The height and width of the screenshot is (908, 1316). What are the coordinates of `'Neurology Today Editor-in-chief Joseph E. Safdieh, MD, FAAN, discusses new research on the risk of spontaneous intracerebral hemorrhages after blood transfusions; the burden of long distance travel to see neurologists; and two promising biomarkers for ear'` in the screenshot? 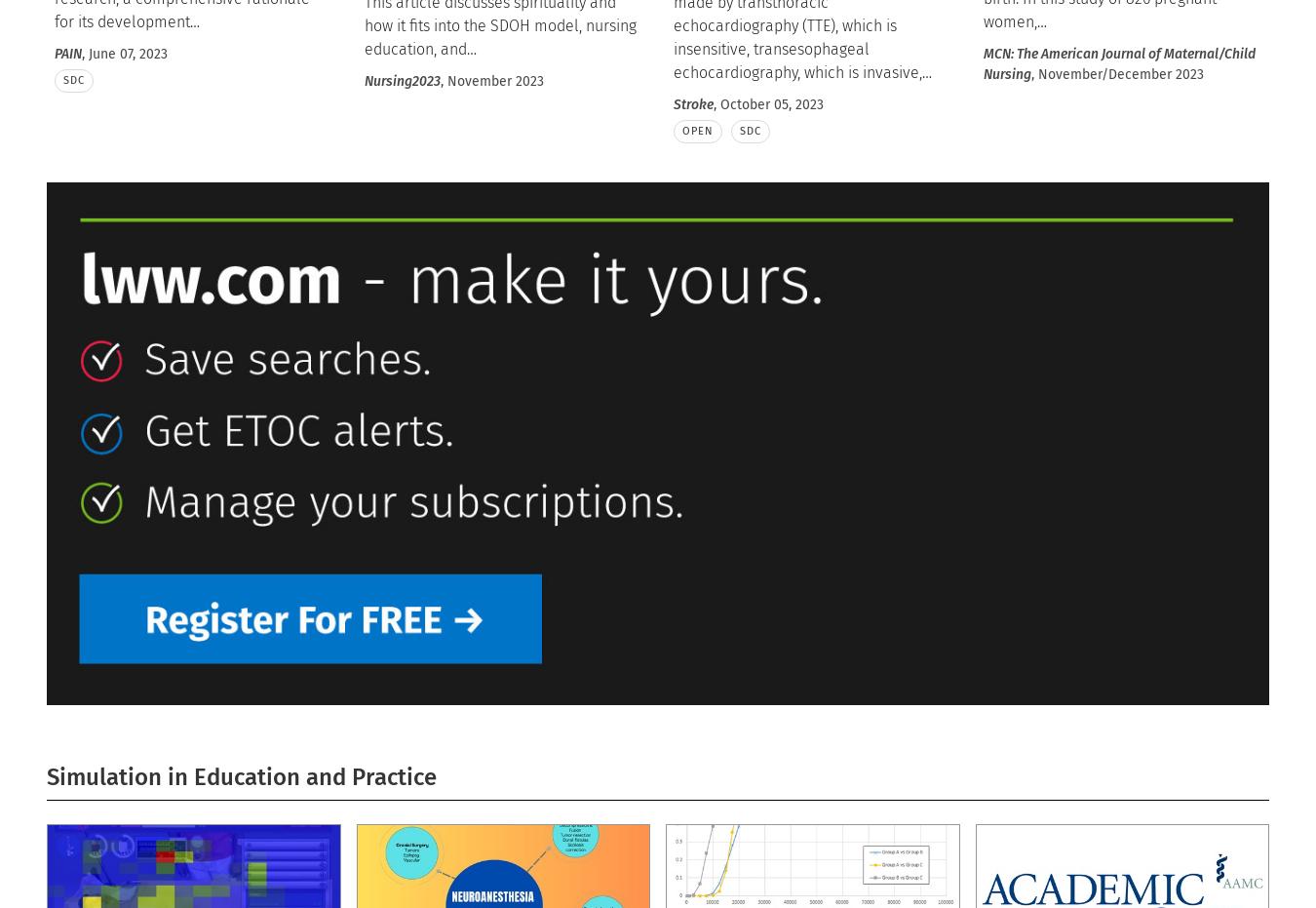 It's located at (499, 647).